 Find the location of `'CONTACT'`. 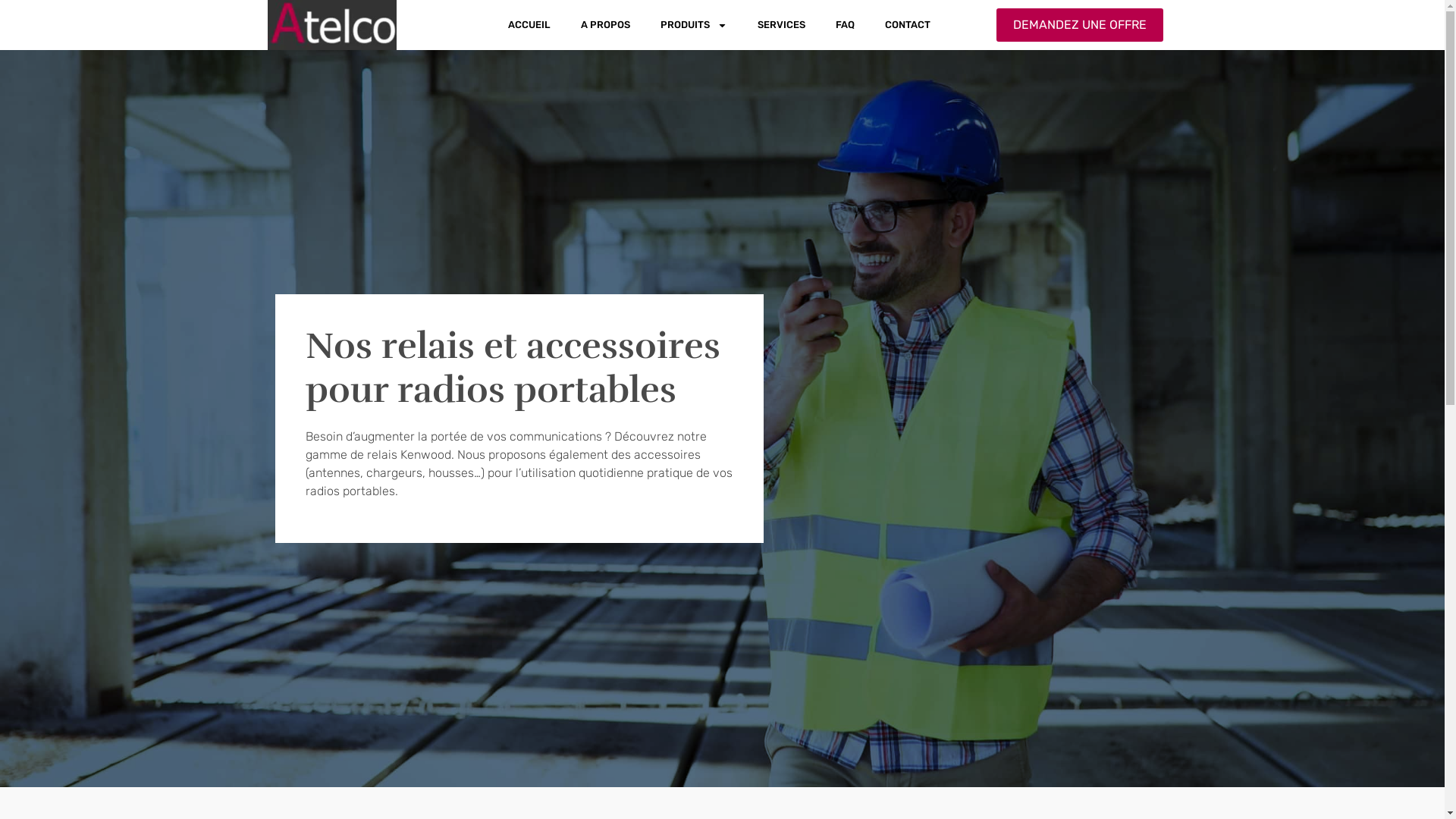

'CONTACT' is located at coordinates (907, 25).